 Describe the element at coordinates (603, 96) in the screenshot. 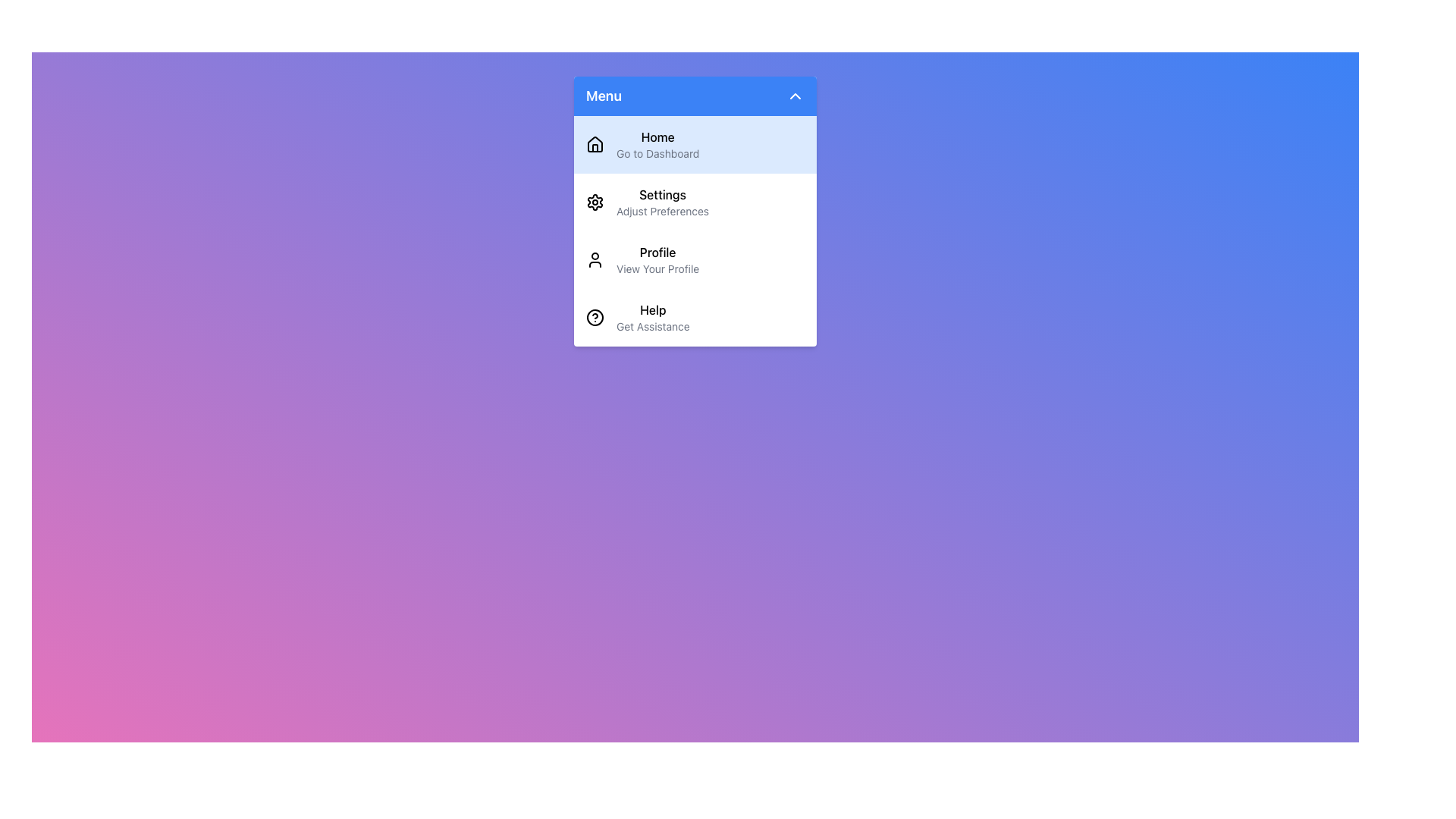

I see `text label that indicates the title or category of the dropdown menu, positioned at the top-left corner of the dropdown structure, next to the chevron icon` at that location.